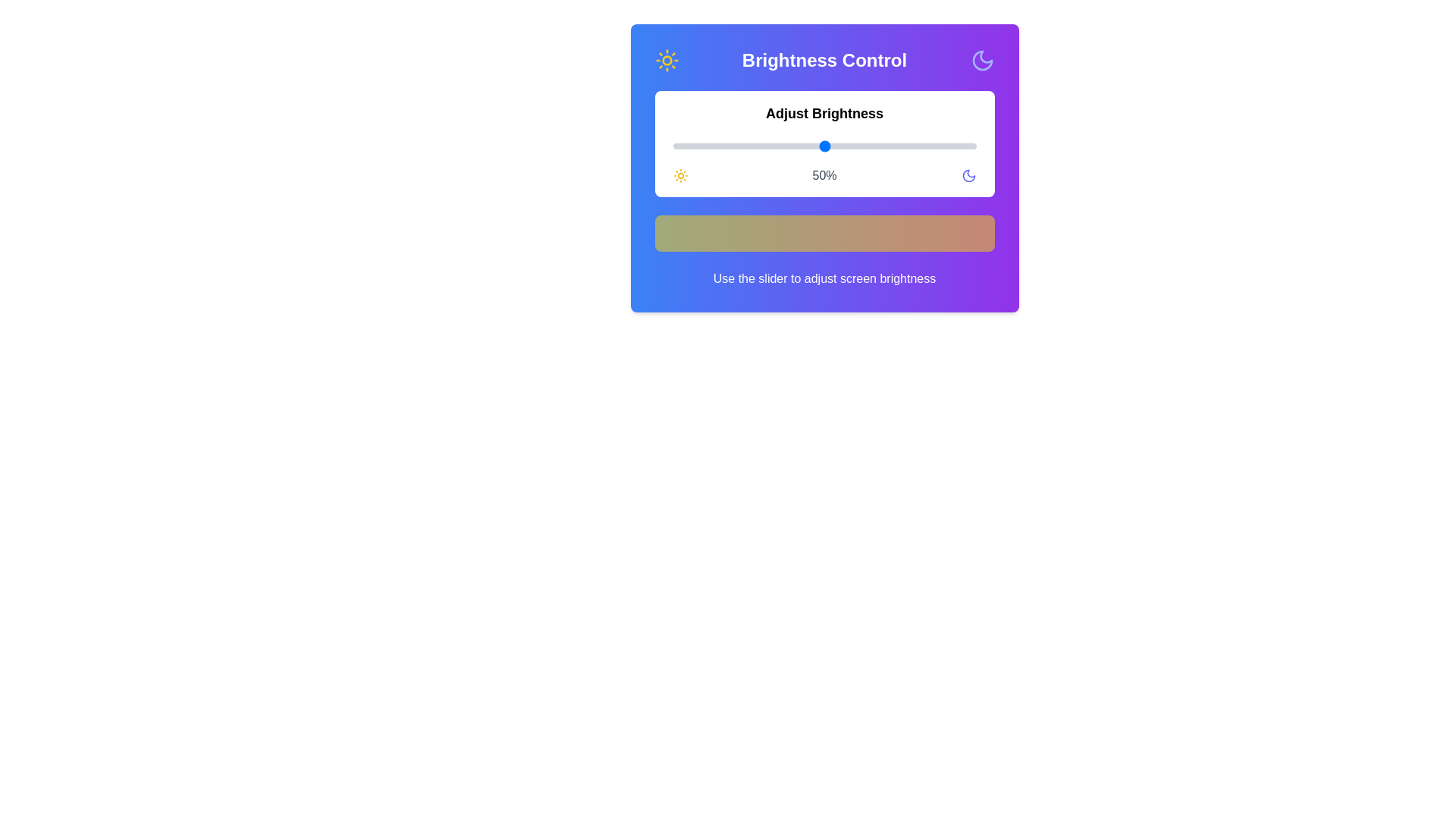 This screenshot has height=819, width=1456. What do you see at coordinates (667, 60) in the screenshot?
I see `the sun icon to symbolize brightness adjustment` at bounding box center [667, 60].